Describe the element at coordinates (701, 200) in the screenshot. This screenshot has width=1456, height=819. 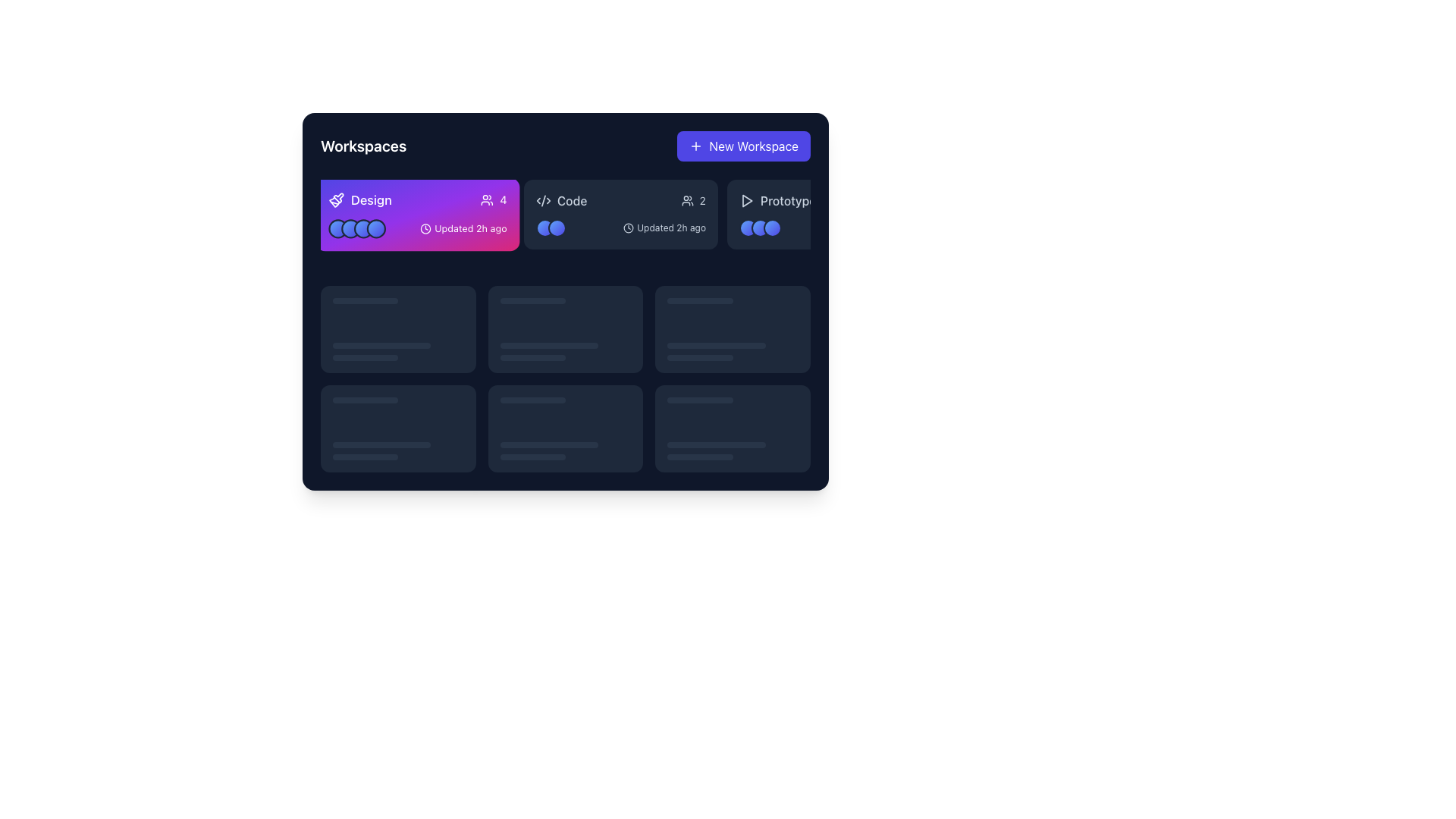
I see `the numeric text label '2' styled with class 'text-sm', located in the top-right corner of the 'Code' workspace section, next to the group icon` at that location.